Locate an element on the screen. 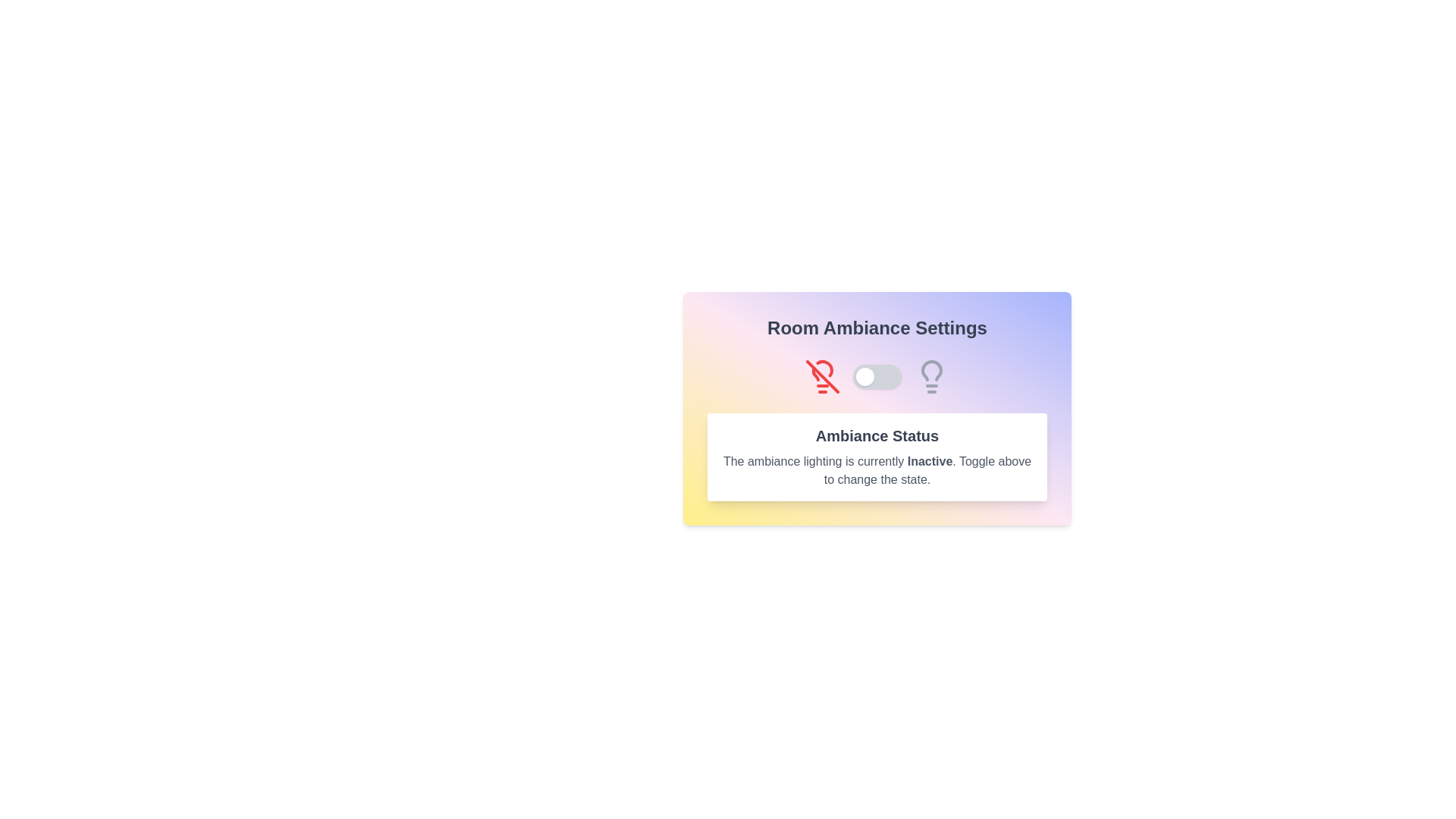  the lightbulb icon, which is the third icon in a horizontal group of three elements, positioned to the right of a red-colored sound control icon and a toggle switch, located within the 'Room Ambiance Settings' card is located at coordinates (930, 376).